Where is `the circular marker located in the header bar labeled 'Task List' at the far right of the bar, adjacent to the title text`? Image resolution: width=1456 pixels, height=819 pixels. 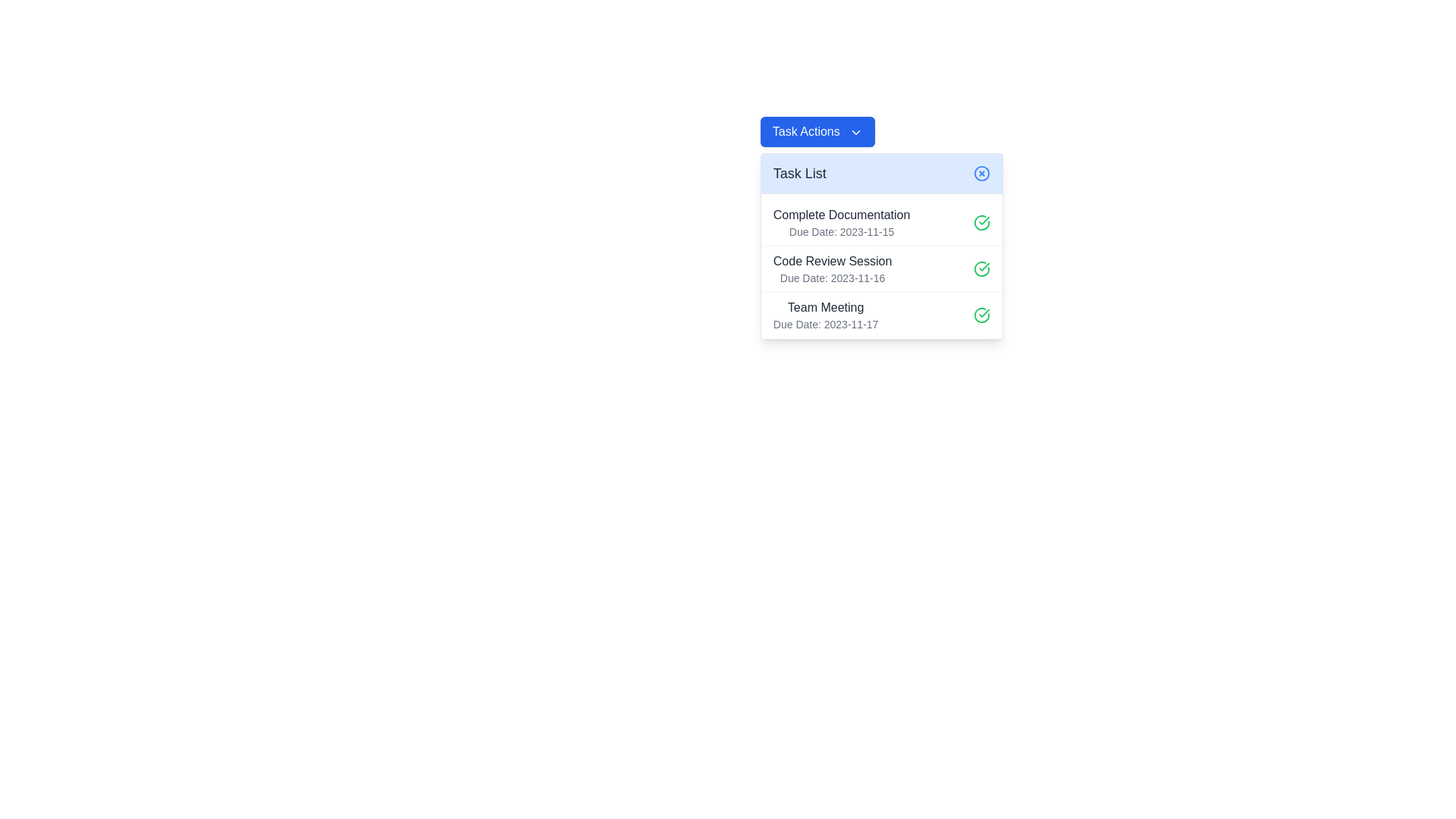 the circular marker located in the header bar labeled 'Task List' at the far right of the bar, adjacent to the title text is located at coordinates (981, 172).